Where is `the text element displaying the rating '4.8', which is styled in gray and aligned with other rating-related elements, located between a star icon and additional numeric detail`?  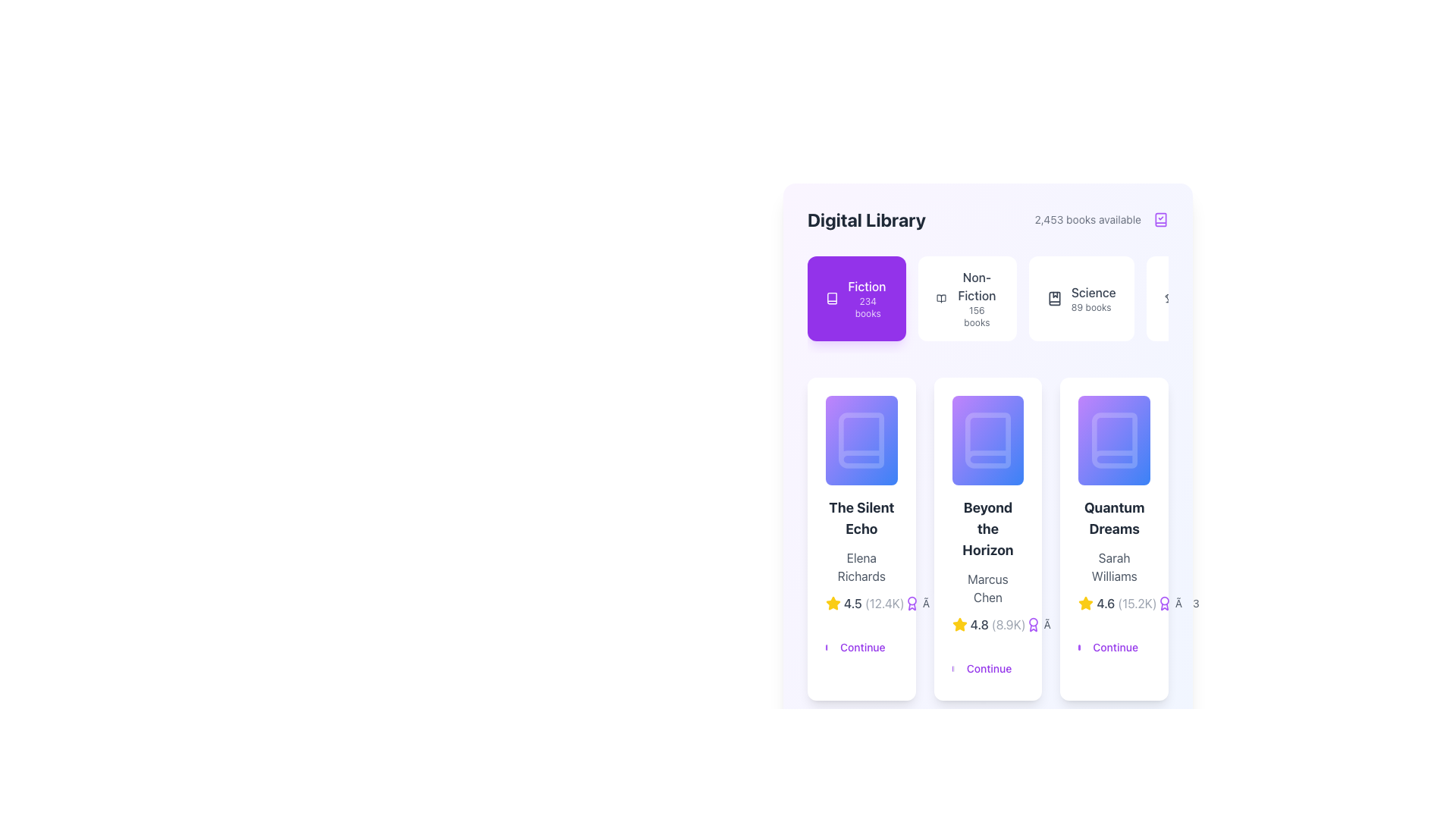 the text element displaying the rating '4.8', which is styled in gray and aligned with other rating-related elements, located between a star icon and additional numeric detail is located at coordinates (979, 625).